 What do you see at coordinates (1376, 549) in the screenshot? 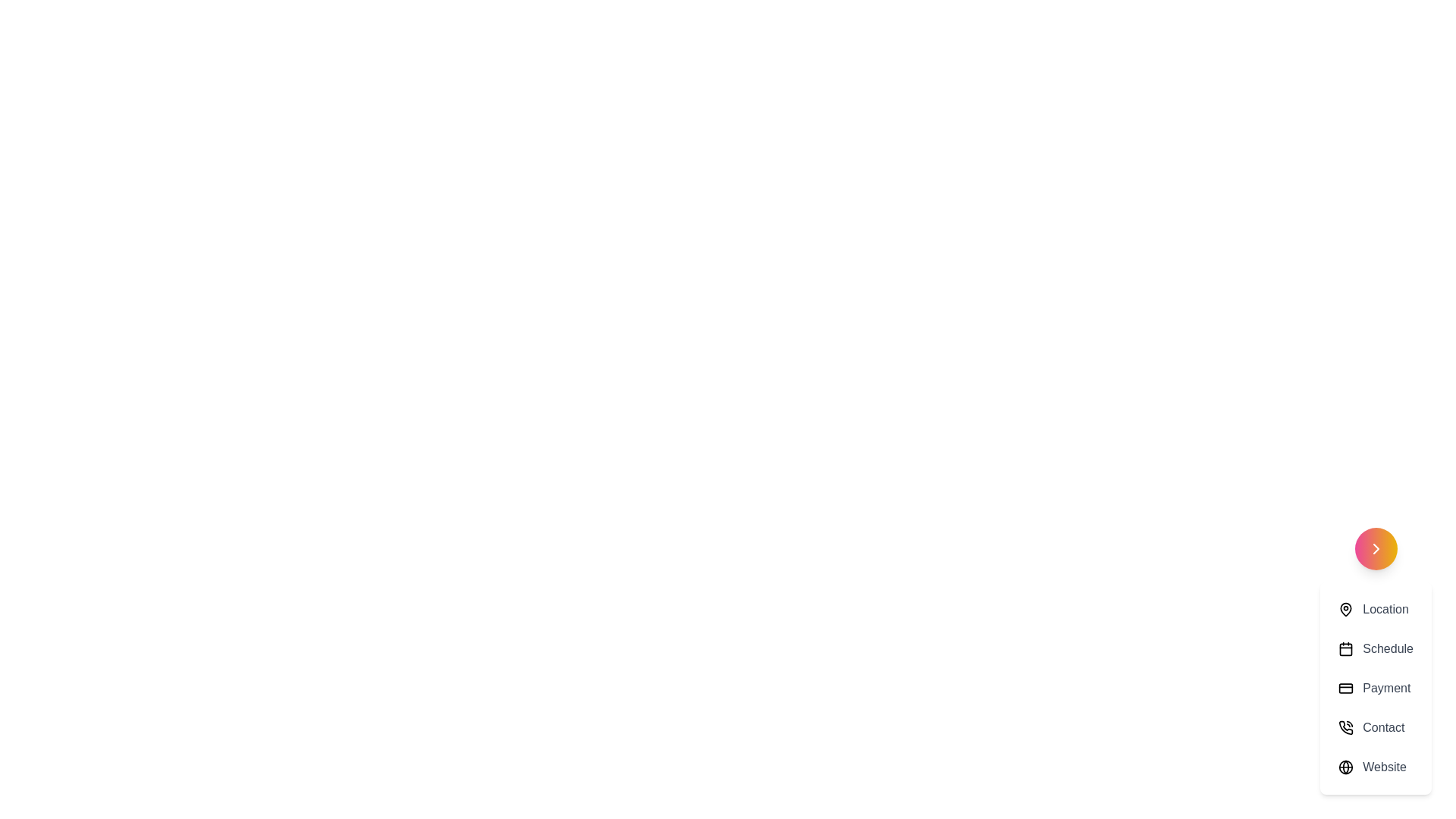
I see `main button to toggle the menu visibility` at bounding box center [1376, 549].